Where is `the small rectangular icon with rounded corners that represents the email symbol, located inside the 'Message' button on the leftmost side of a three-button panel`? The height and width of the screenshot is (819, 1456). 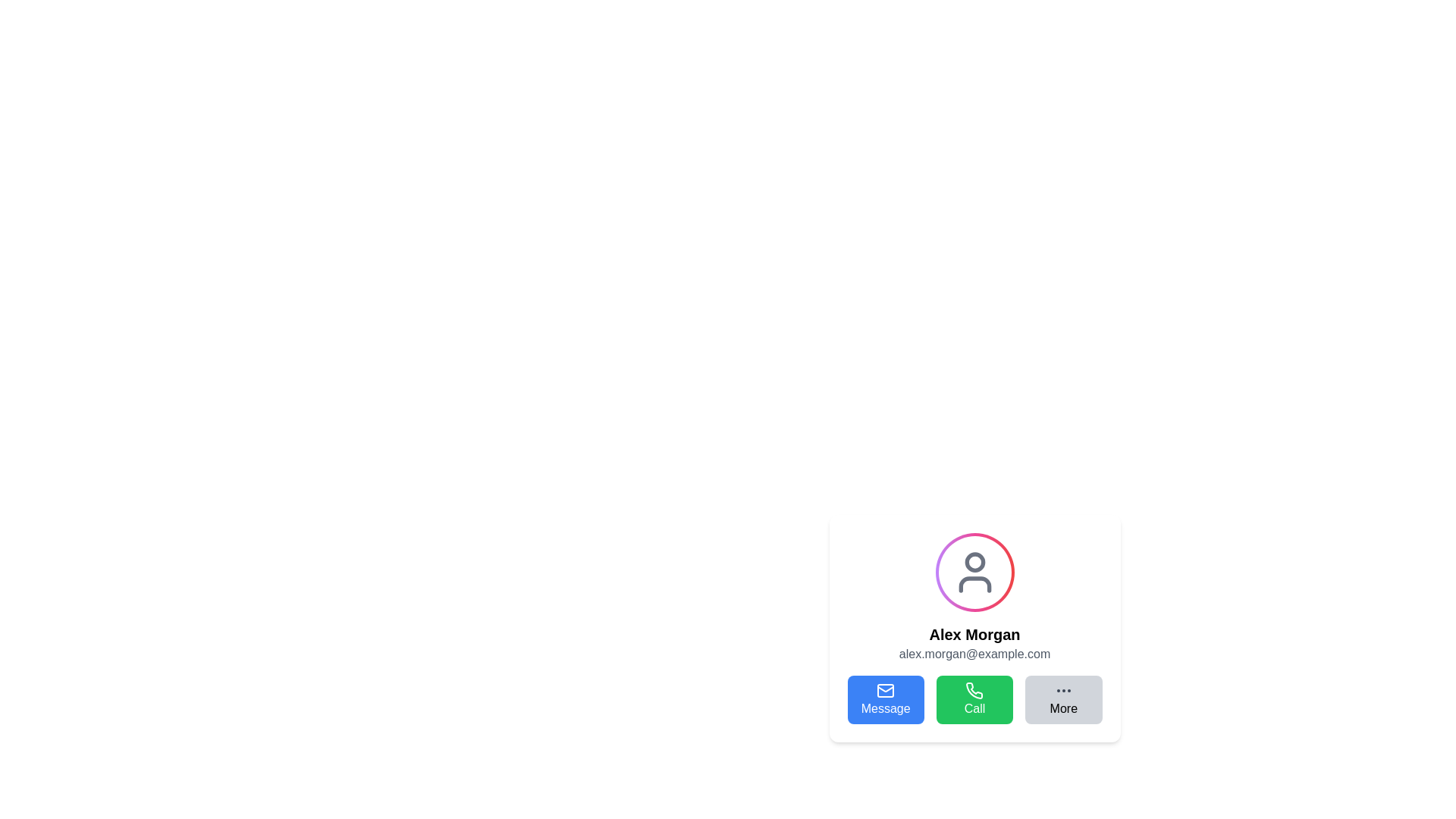
the small rectangular icon with rounded corners that represents the email symbol, located inside the 'Message' button on the leftmost side of a three-button panel is located at coordinates (886, 690).